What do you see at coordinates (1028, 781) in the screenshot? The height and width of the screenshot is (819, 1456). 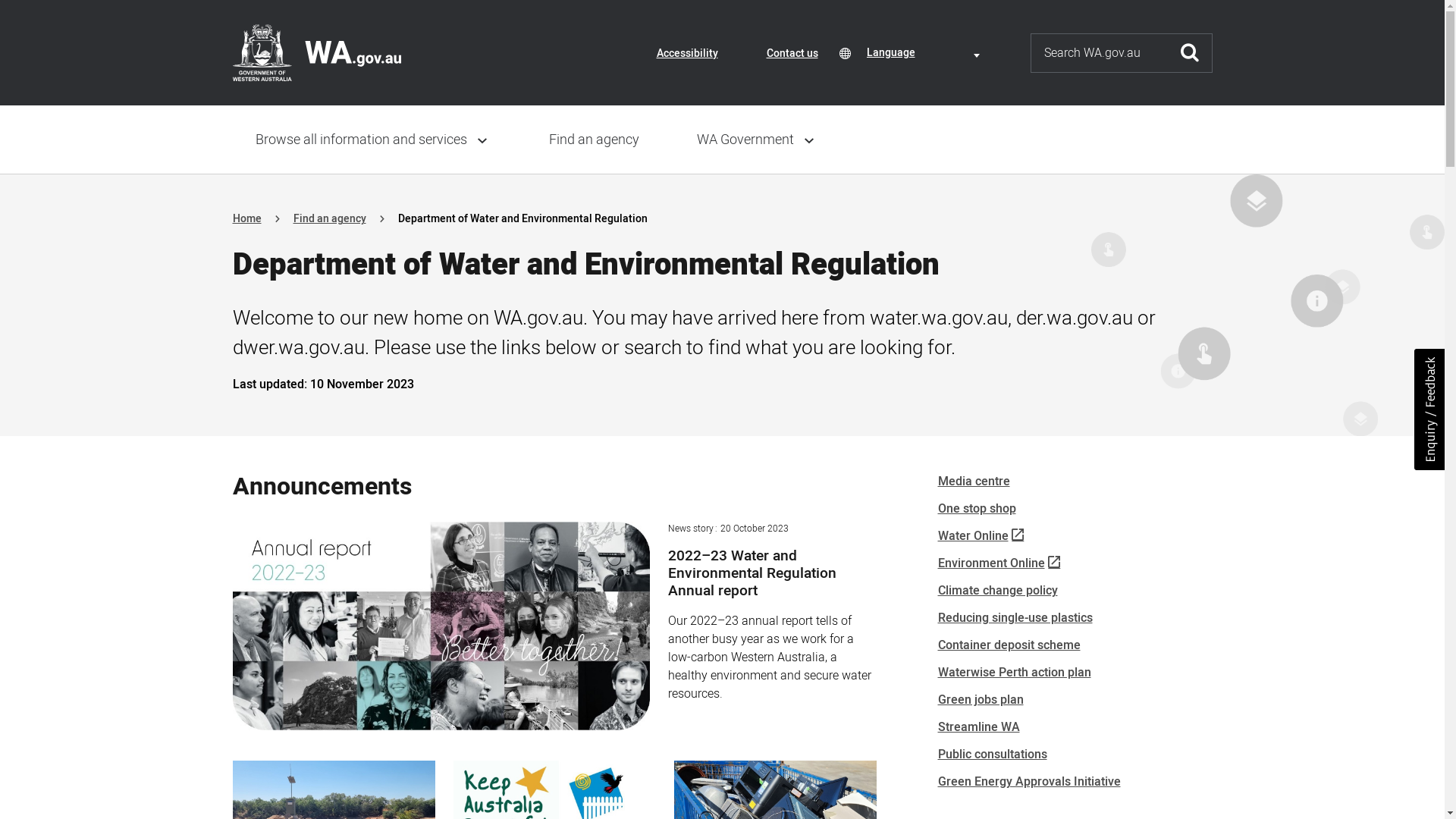 I see `'Green Energy Approvals Initiative'` at bounding box center [1028, 781].